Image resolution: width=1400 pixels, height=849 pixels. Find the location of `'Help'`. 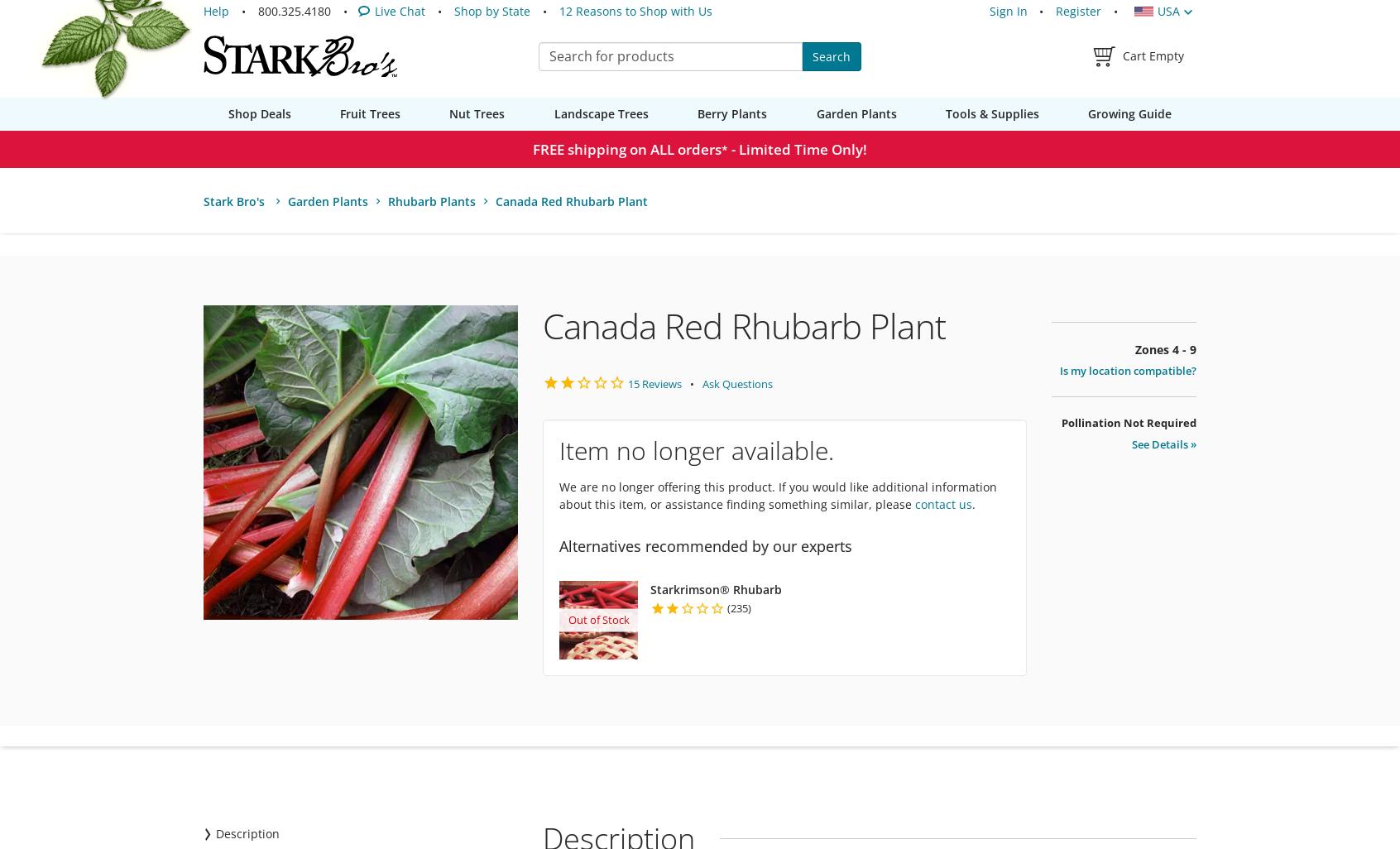

'Help' is located at coordinates (216, 11).